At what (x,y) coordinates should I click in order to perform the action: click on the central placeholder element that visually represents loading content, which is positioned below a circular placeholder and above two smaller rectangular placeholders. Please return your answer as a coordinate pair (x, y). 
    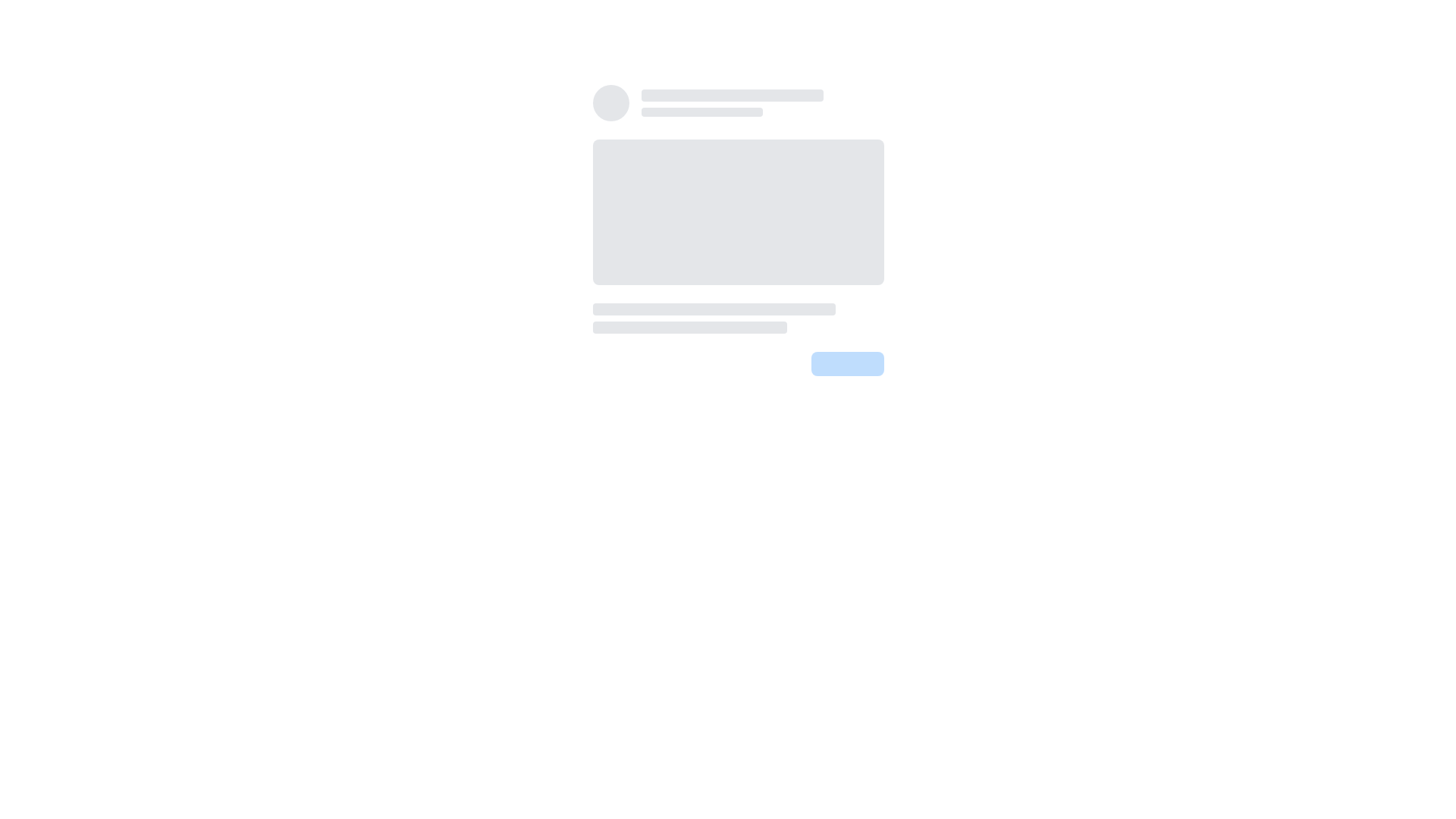
    Looking at the image, I should click on (738, 212).